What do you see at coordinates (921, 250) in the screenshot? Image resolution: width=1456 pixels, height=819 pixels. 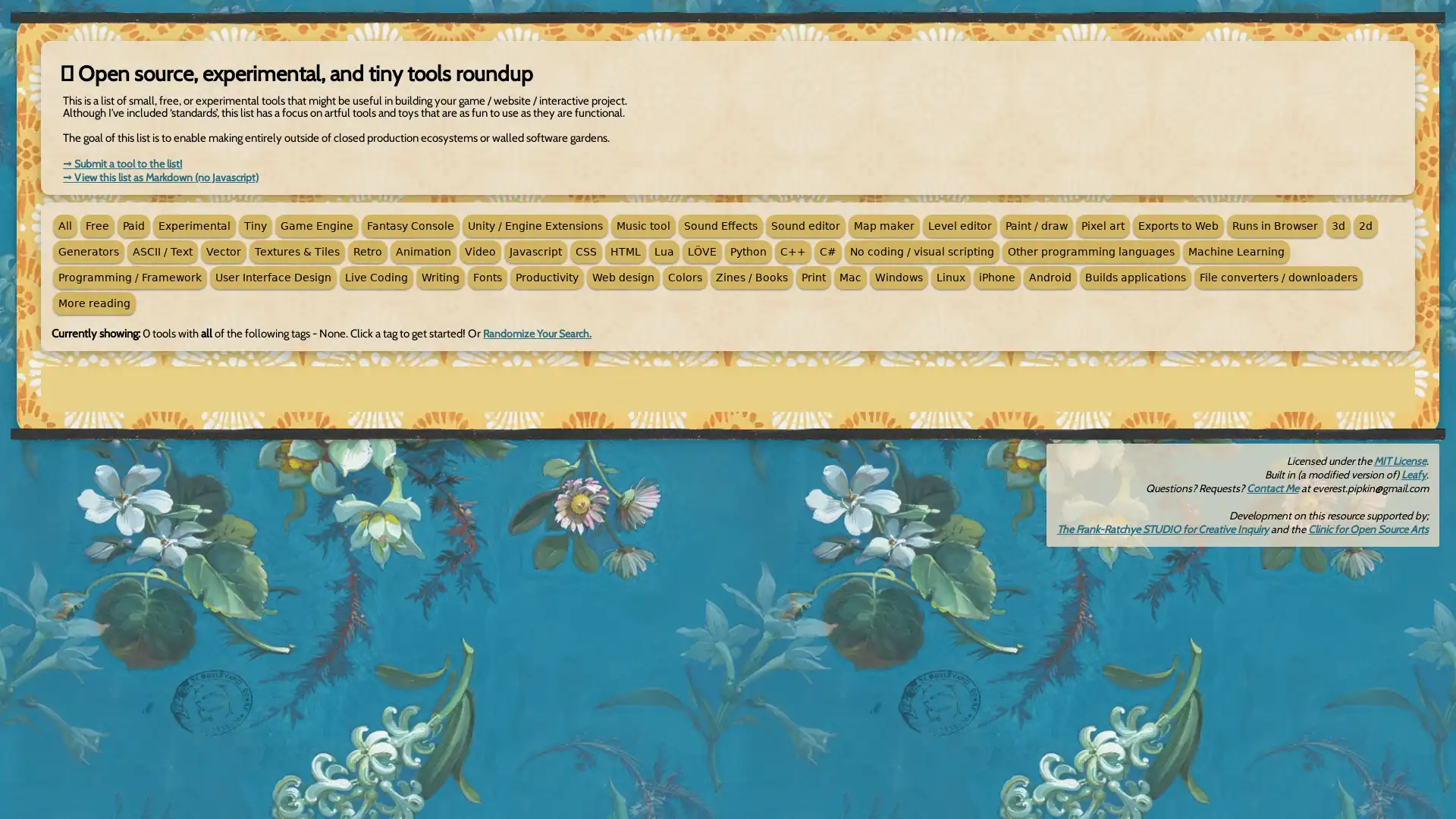 I see `No coding / visual scripting` at bounding box center [921, 250].